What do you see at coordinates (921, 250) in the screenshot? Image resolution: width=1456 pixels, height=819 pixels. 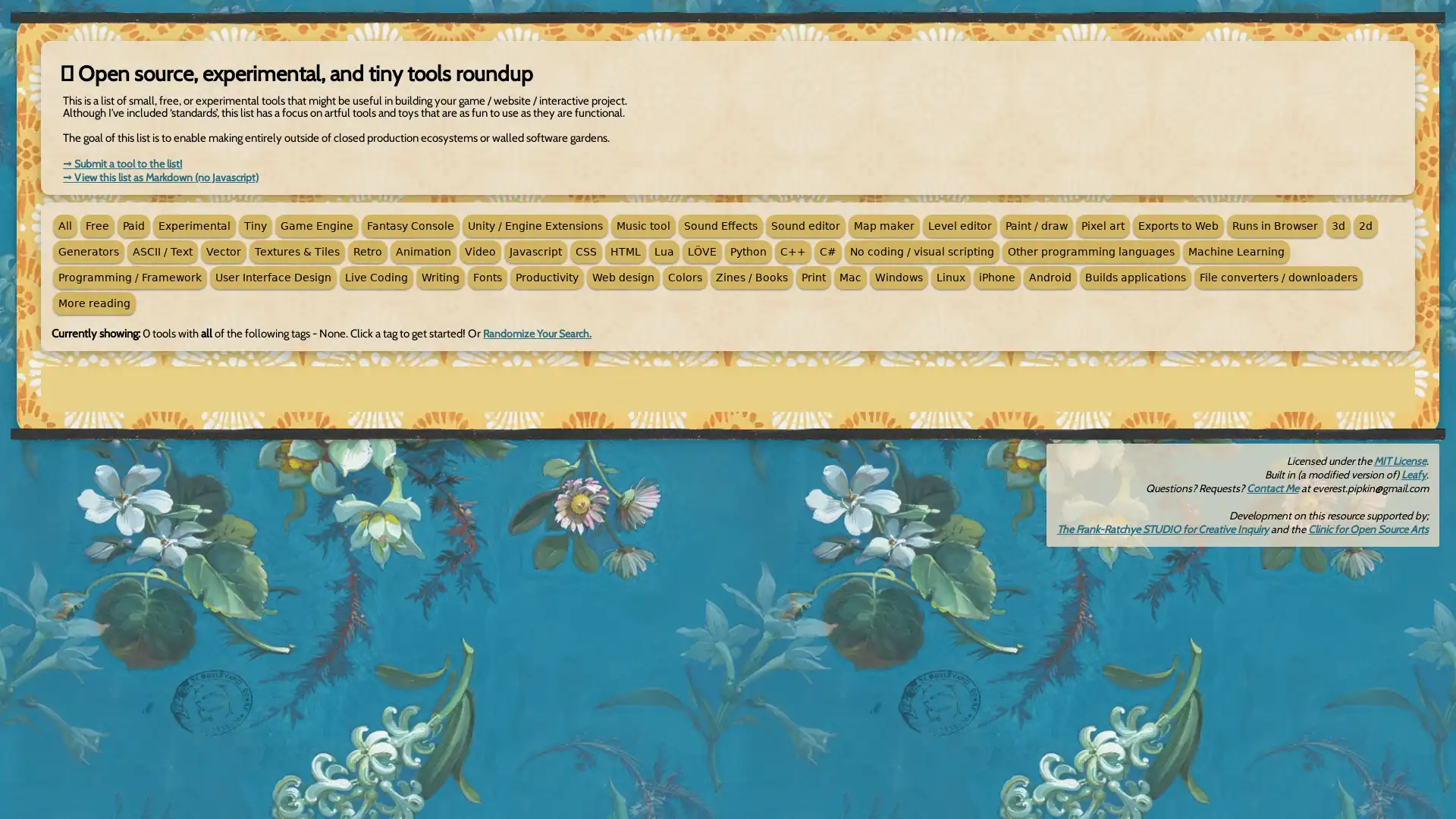 I see `No coding / visual scripting` at bounding box center [921, 250].